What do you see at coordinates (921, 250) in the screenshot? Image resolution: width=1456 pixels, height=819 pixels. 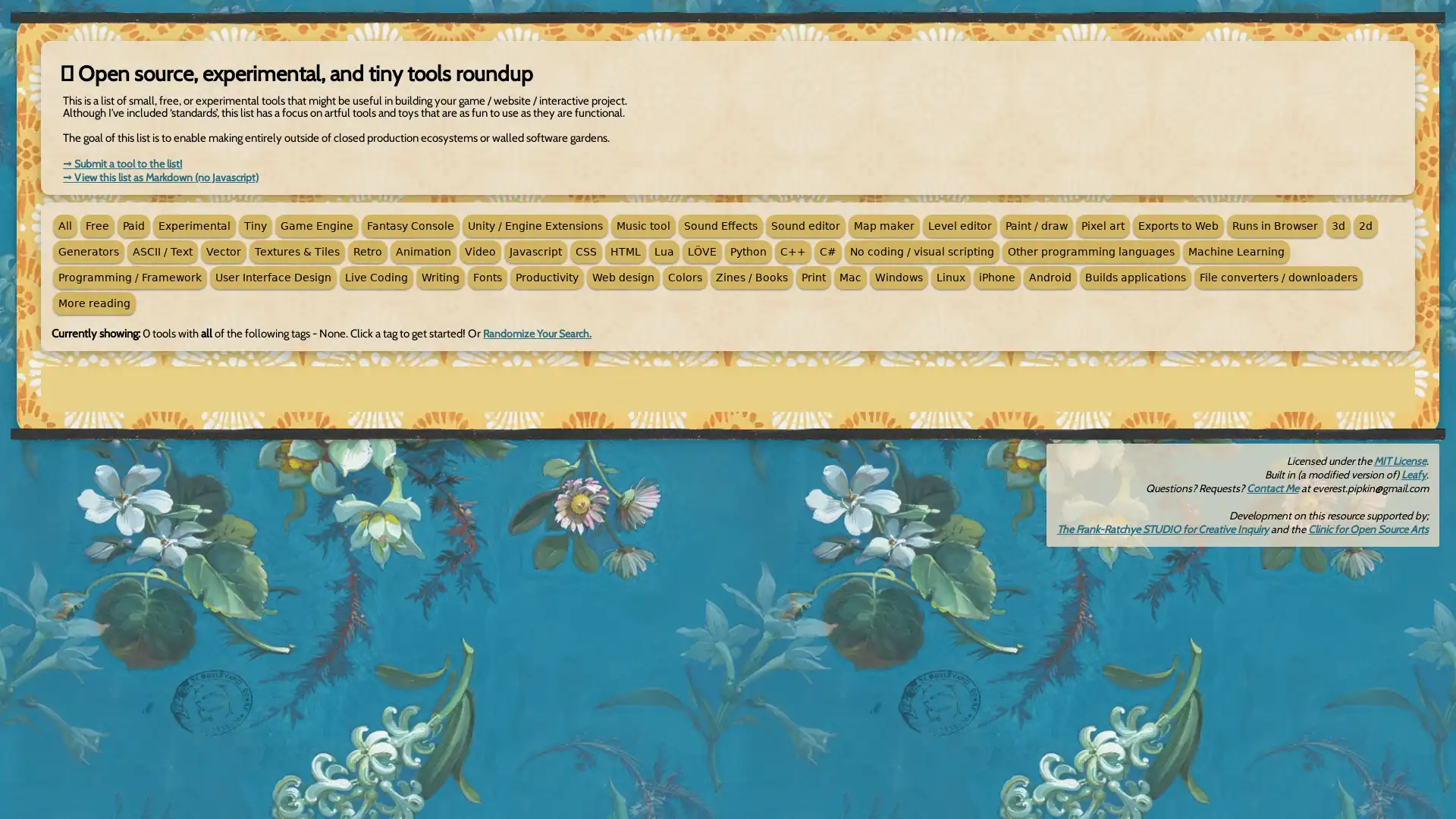 I see `No coding / visual scripting` at bounding box center [921, 250].